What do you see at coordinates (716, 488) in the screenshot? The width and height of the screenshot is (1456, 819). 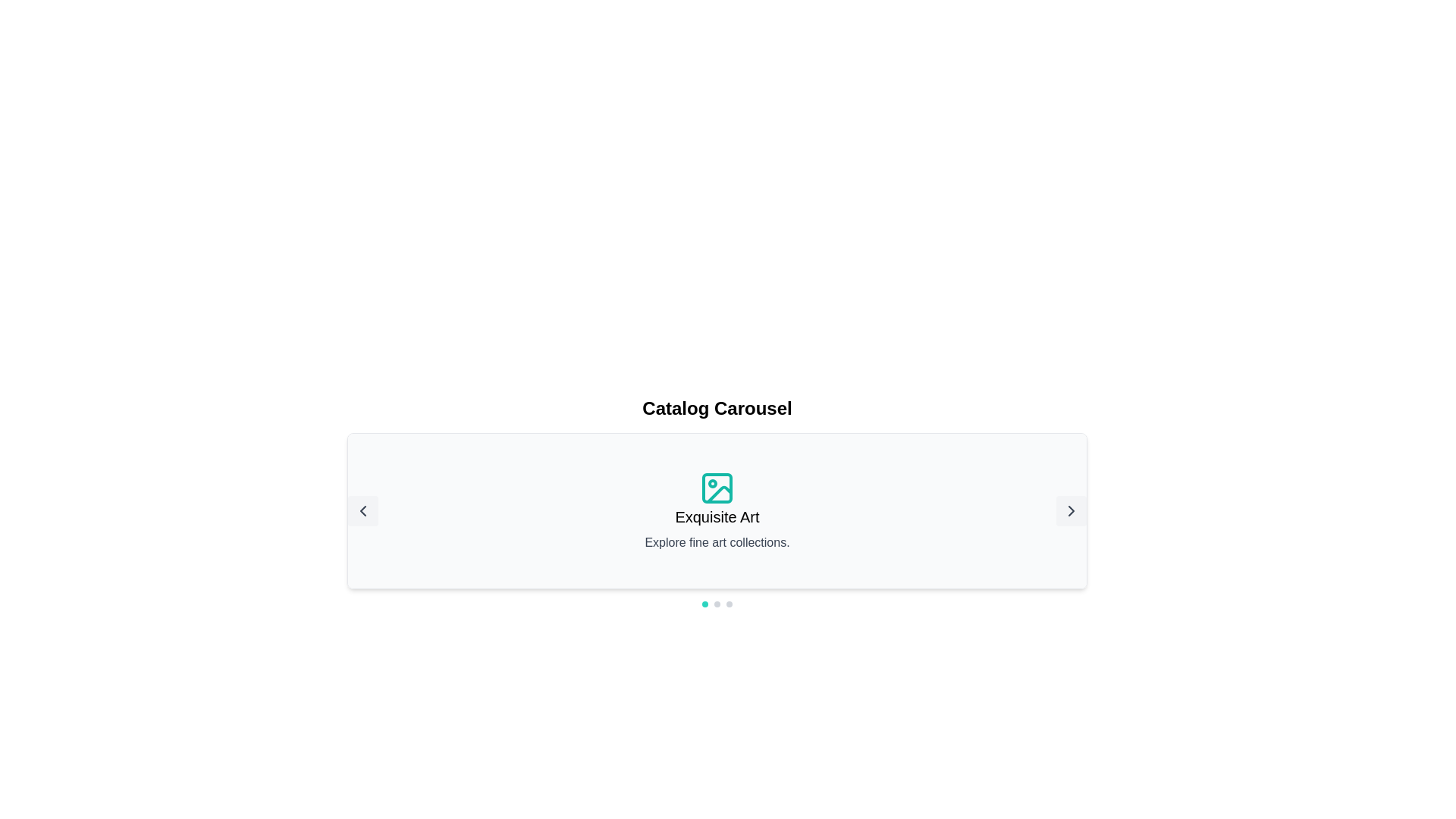 I see `the icon element depicting a stylized image representation outlined in teal color, centrally located within the 'Exquisite Art' card area` at bounding box center [716, 488].